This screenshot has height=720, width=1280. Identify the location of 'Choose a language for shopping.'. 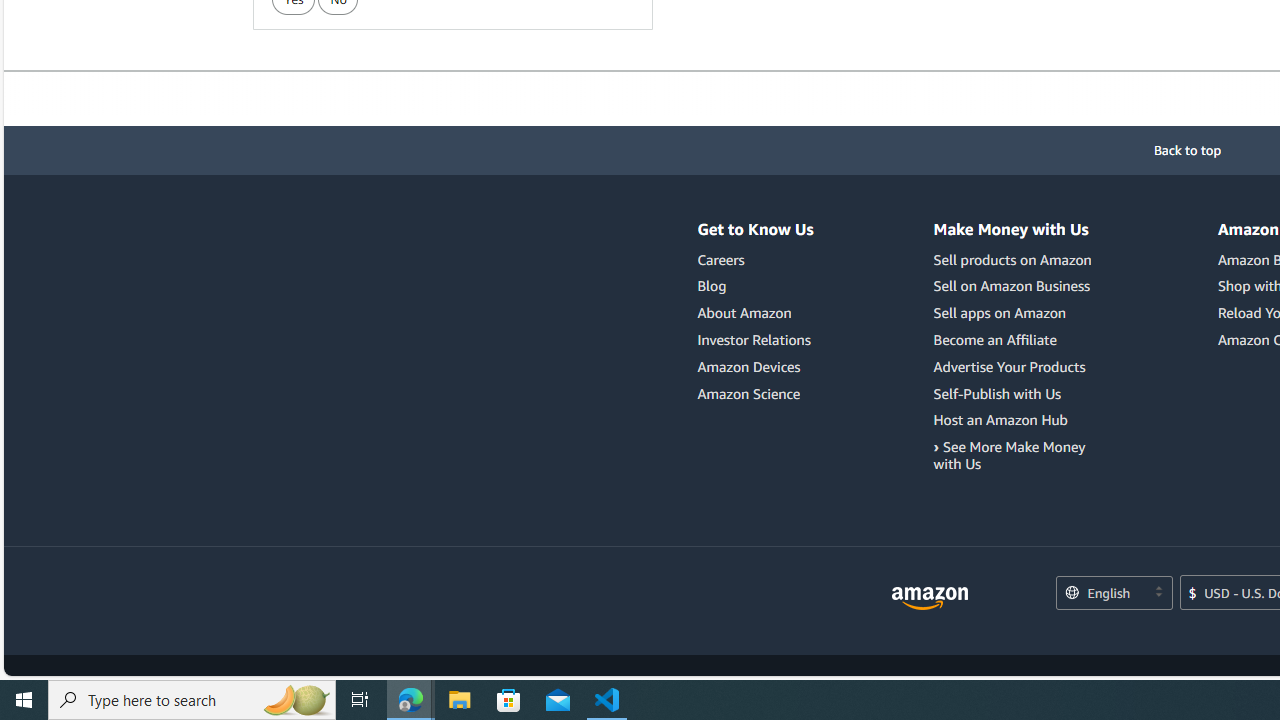
(1112, 592).